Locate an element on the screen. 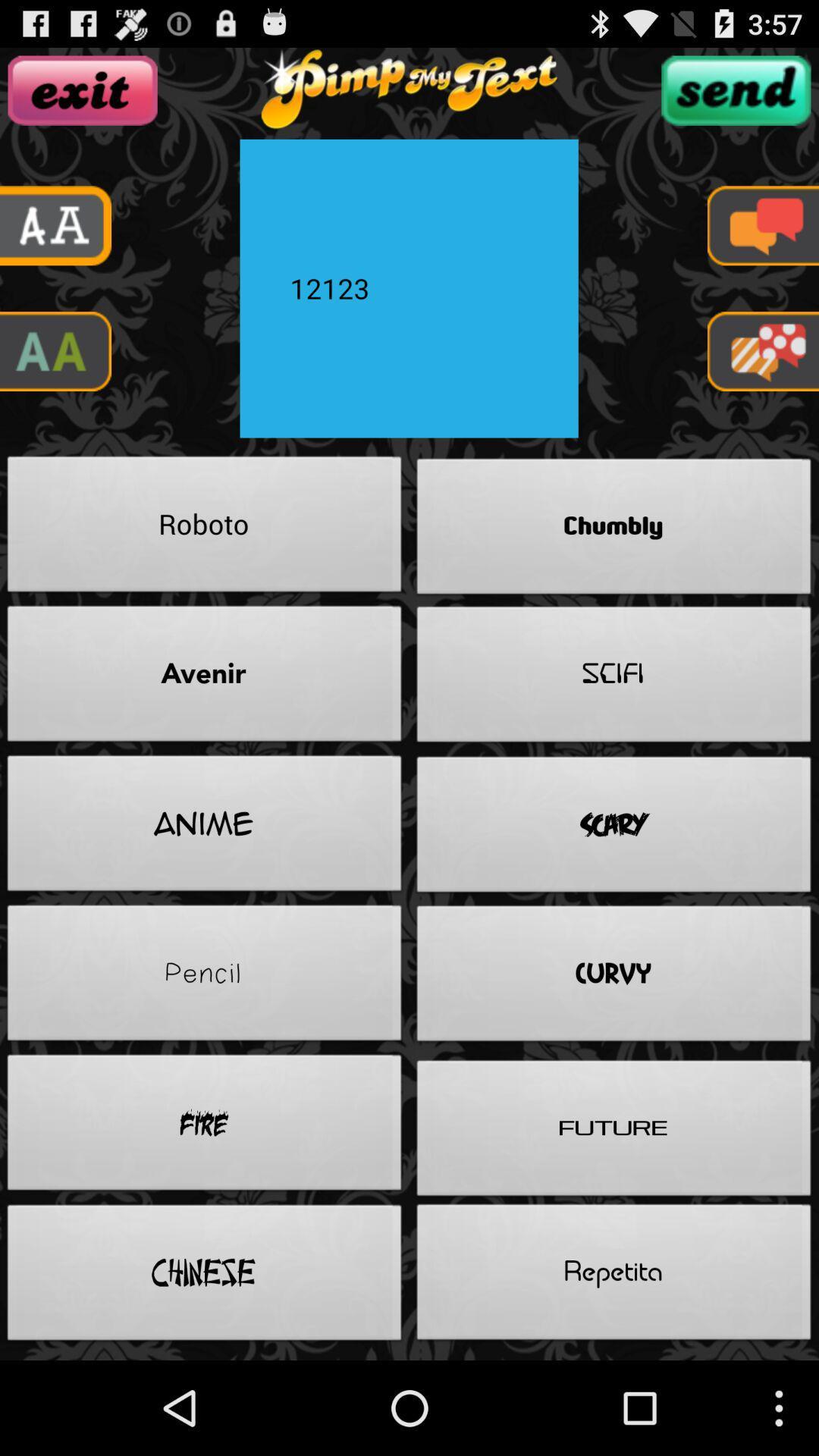 Image resolution: width=819 pixels, height=1456 pixels. the font icon is located at coordinates (55, 376).